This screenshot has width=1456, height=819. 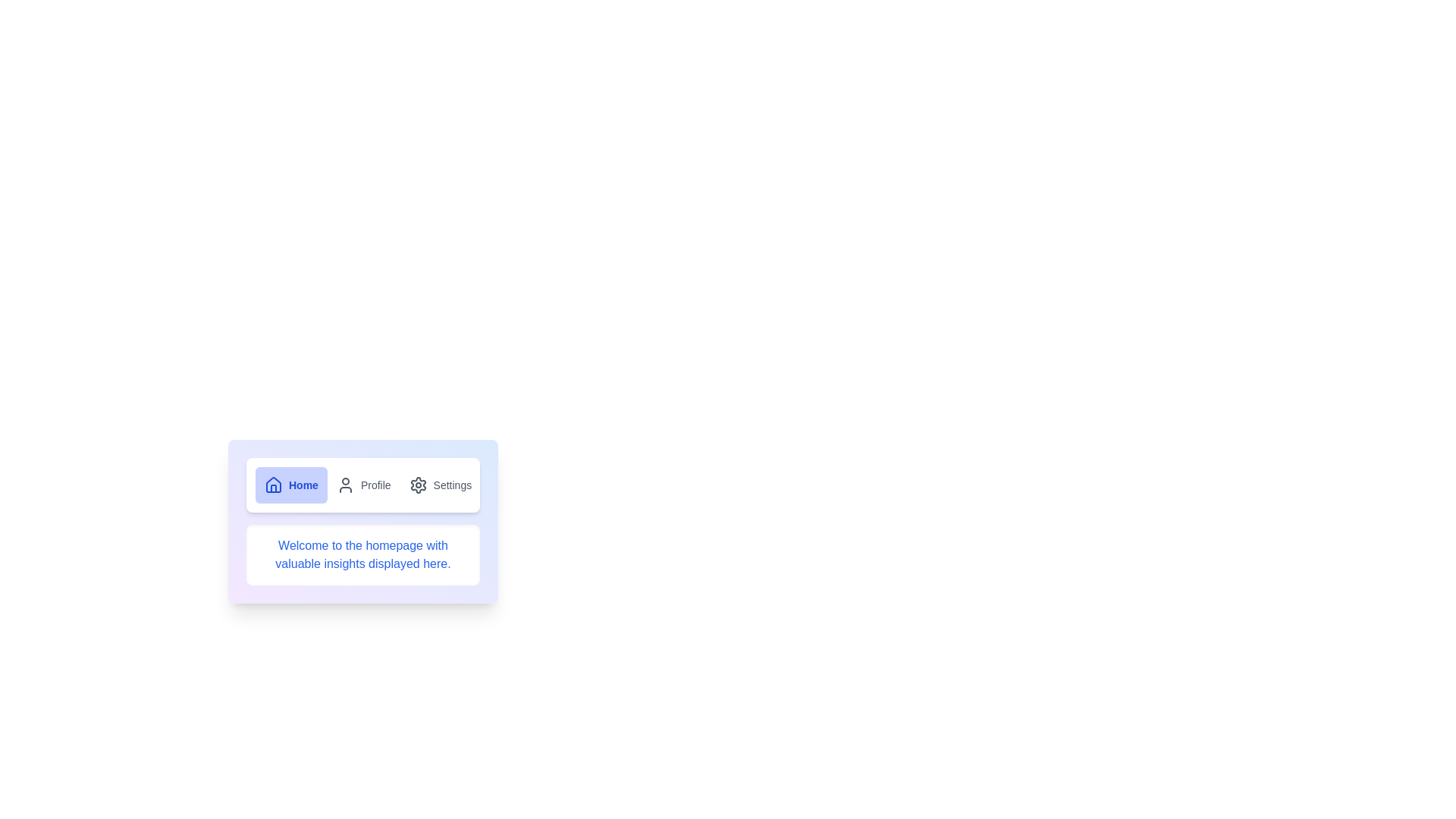 What do you see at coordinates (364, 485) in the screenshot?
I see `the Profile tab to display its content` at bounding box center [364, 485].